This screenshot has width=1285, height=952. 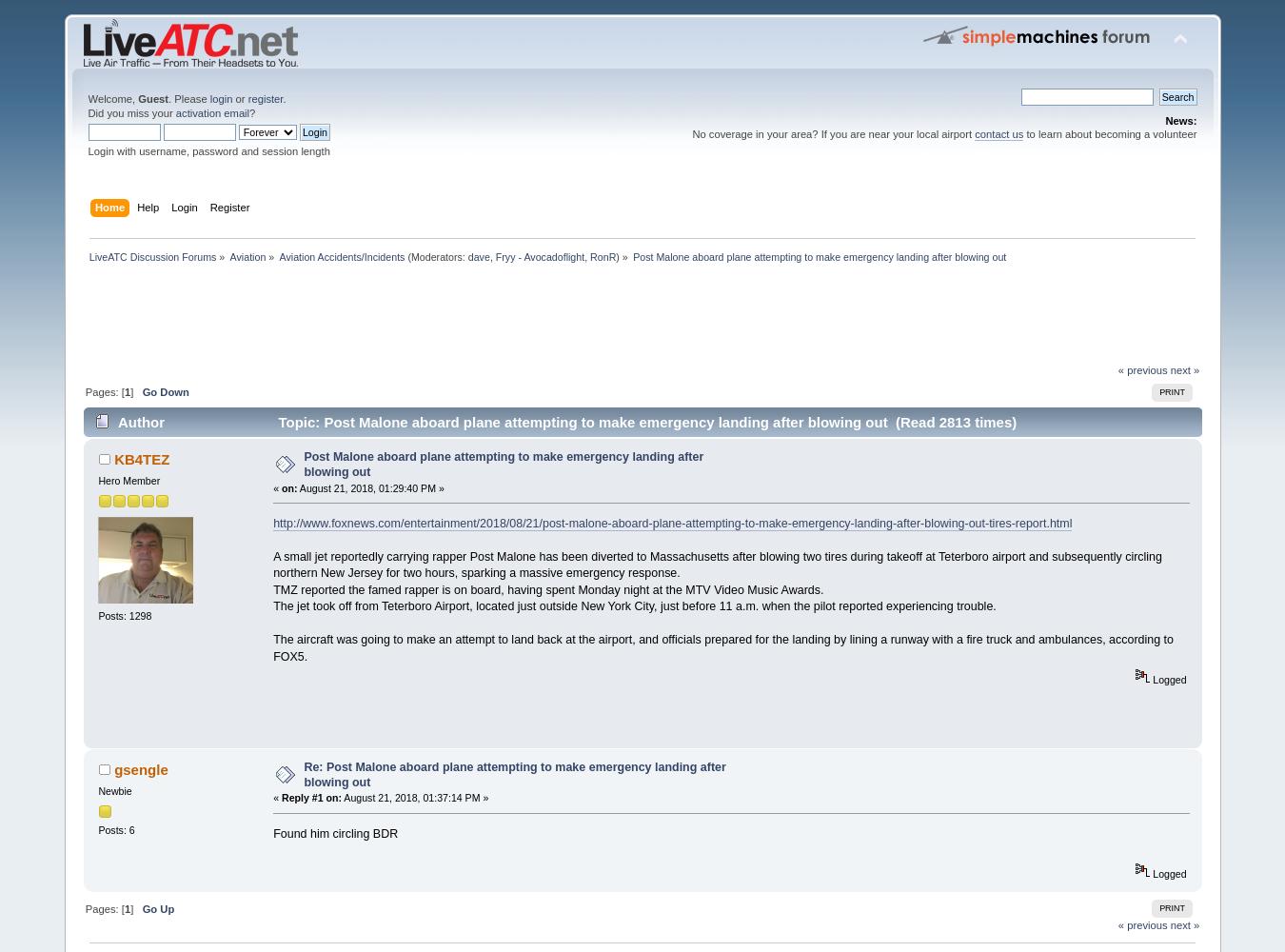 I want to click on 'to learn about becoming a volunteer', so click(x=1108, y=133).